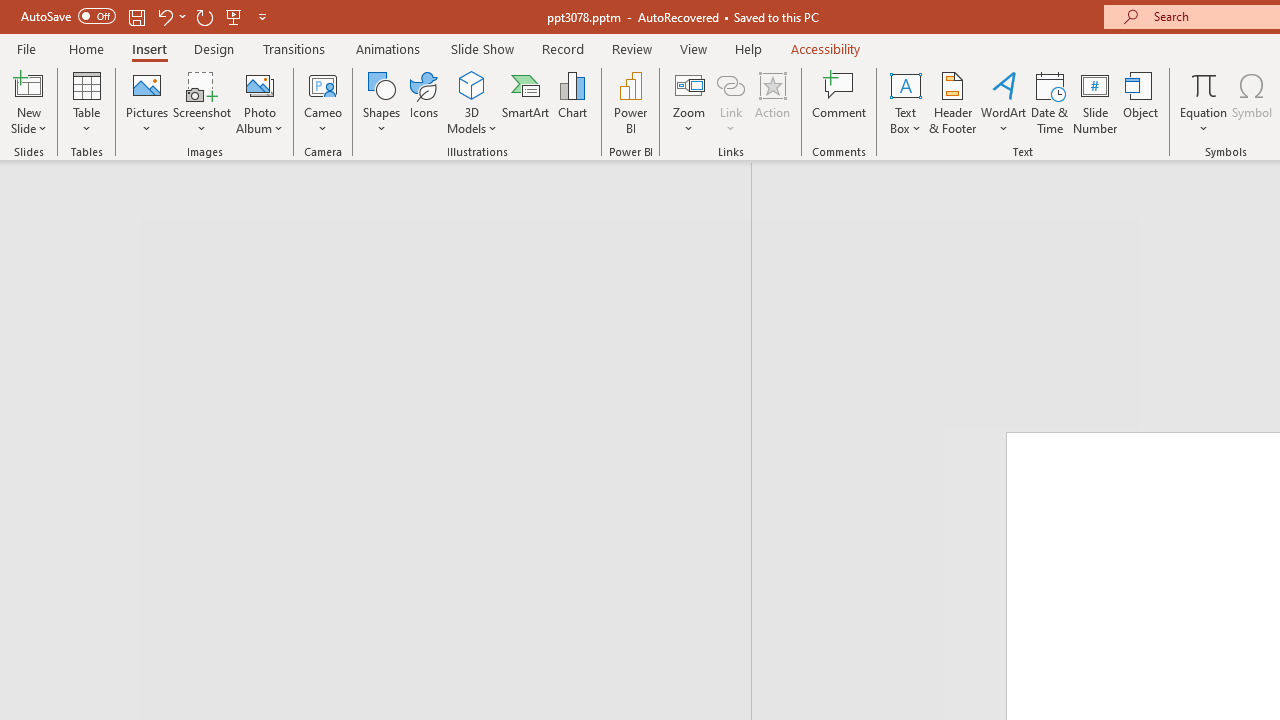 This screenshot has height=720, width=1280. Describe the element at coordinates (839, 103) in the screenshot. I see `'Comment'` at that location.